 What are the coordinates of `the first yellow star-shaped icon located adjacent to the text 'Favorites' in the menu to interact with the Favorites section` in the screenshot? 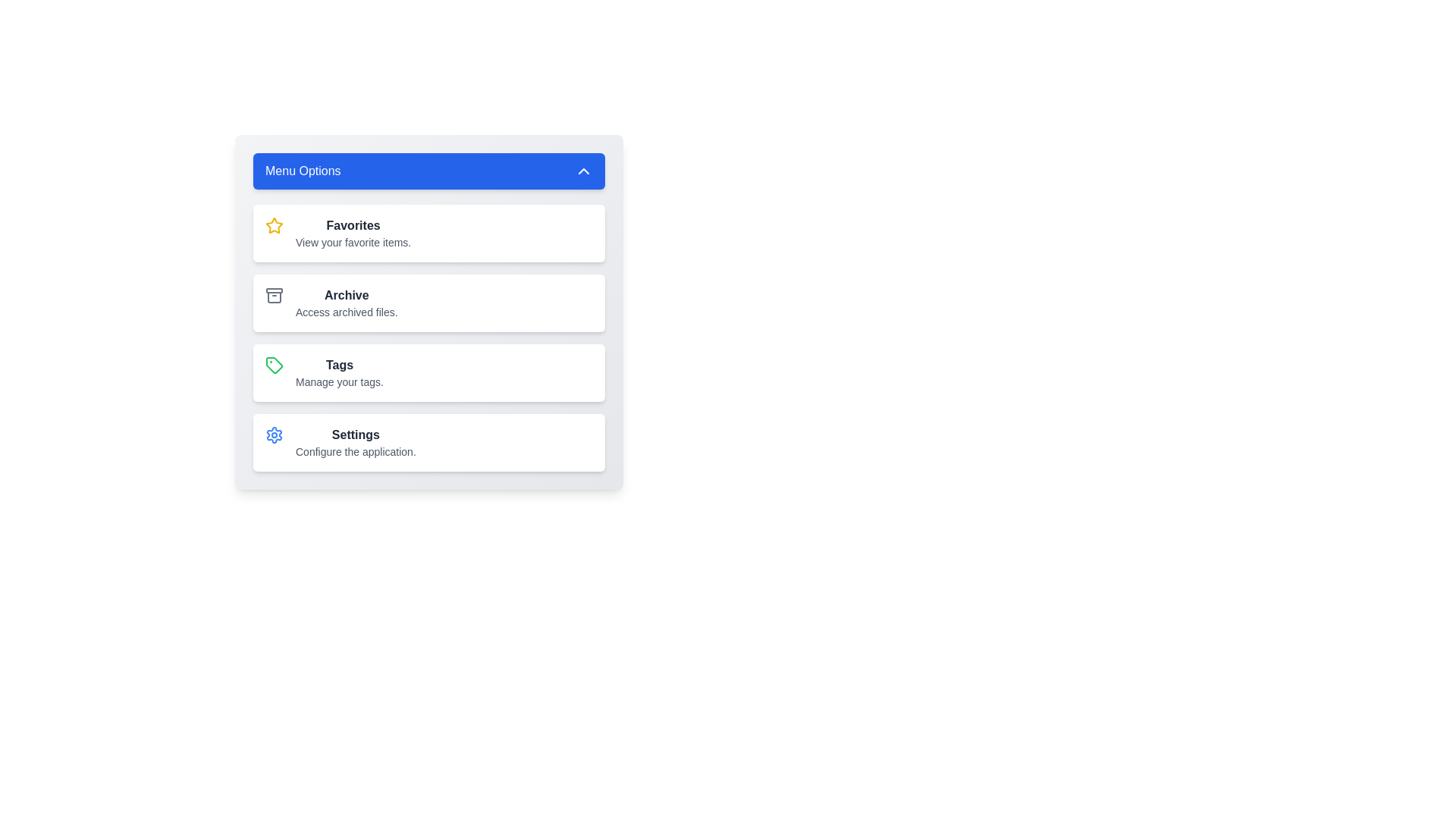 It's located at (274, 225).